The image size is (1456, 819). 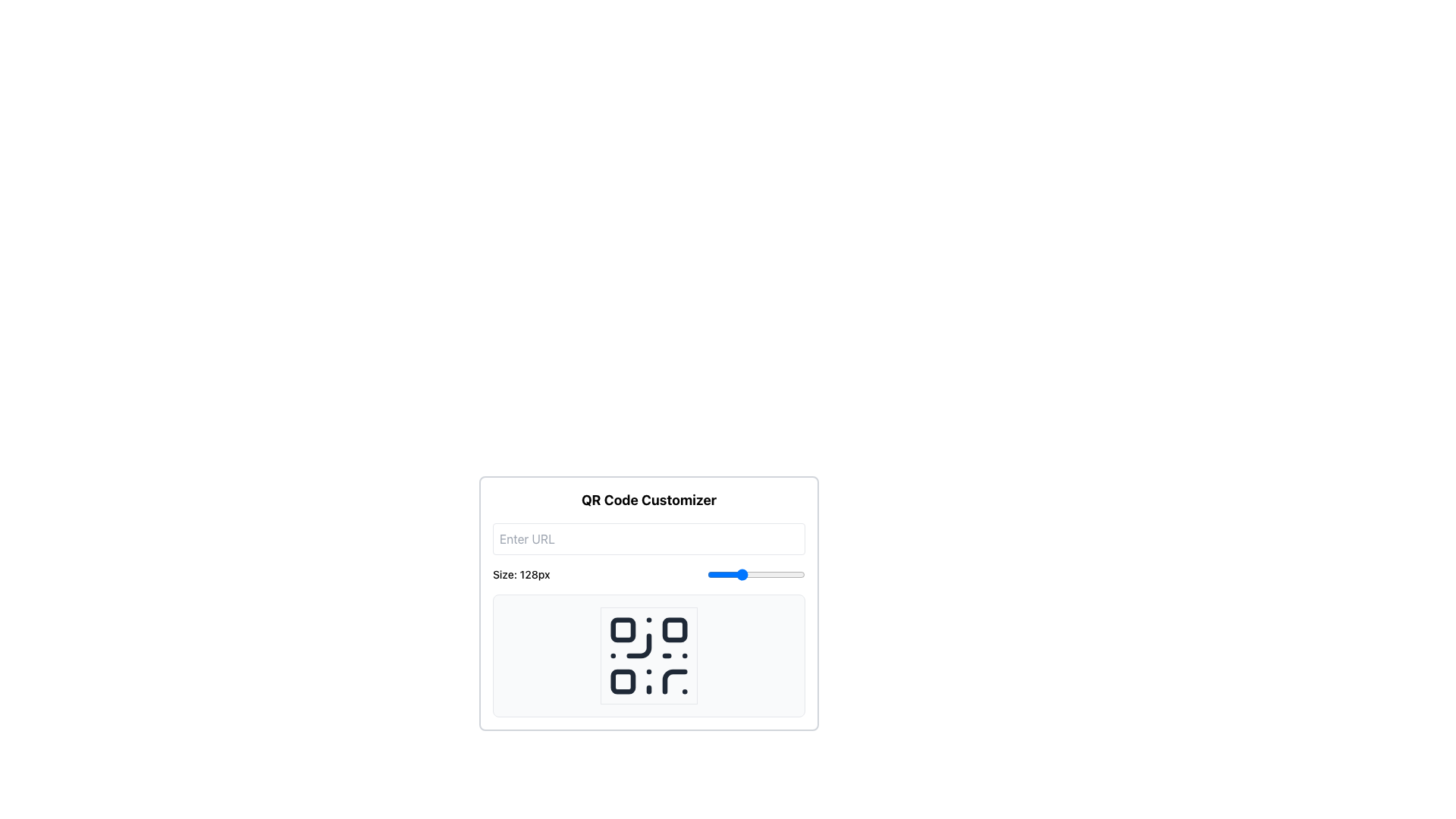 What do you see at coordinates (717, 575) in the screenshot?
I see `the size` at bounding box center [717, 575].